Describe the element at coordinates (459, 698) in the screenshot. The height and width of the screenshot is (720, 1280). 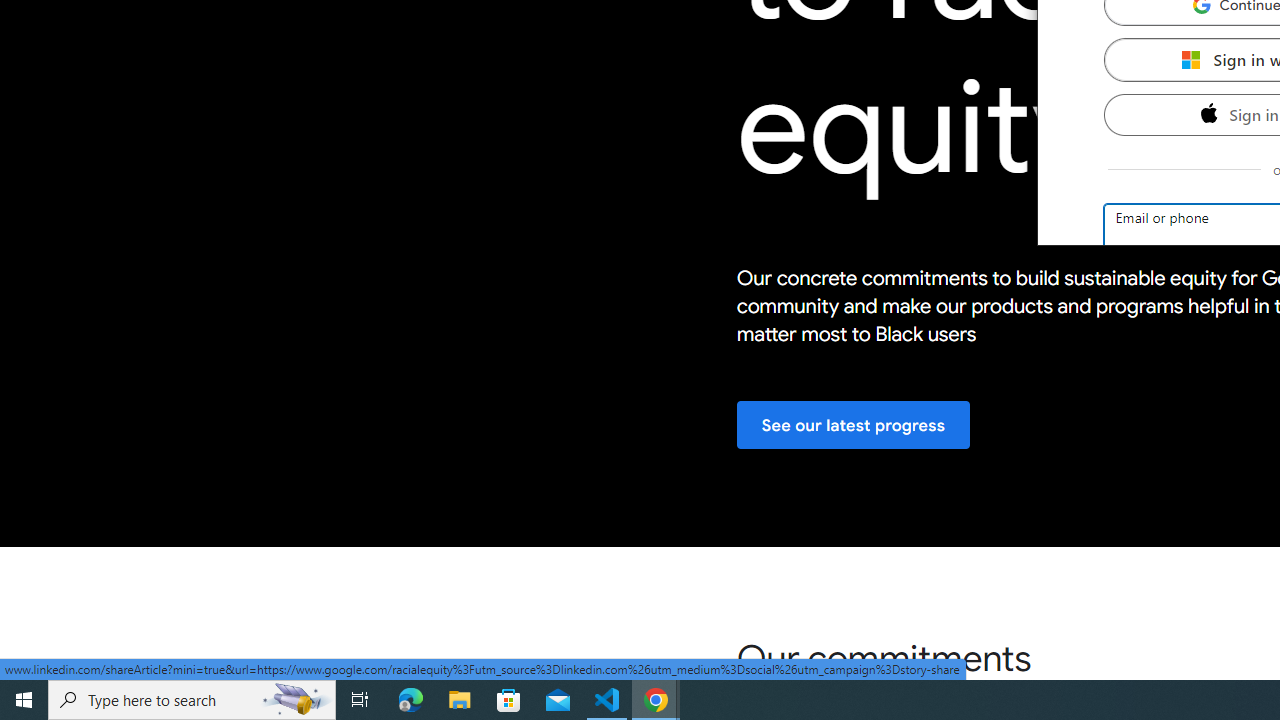
I see `'File Explorer'` at that location.